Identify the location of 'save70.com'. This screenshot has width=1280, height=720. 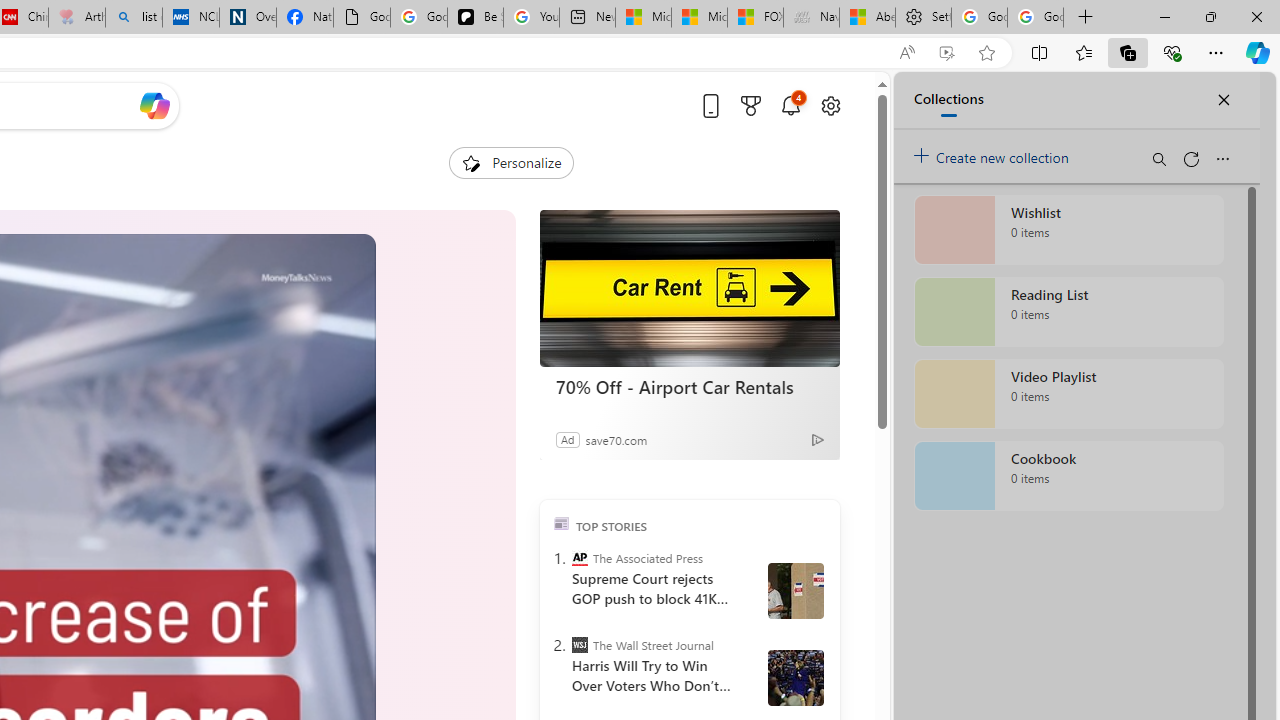
(615, 438).